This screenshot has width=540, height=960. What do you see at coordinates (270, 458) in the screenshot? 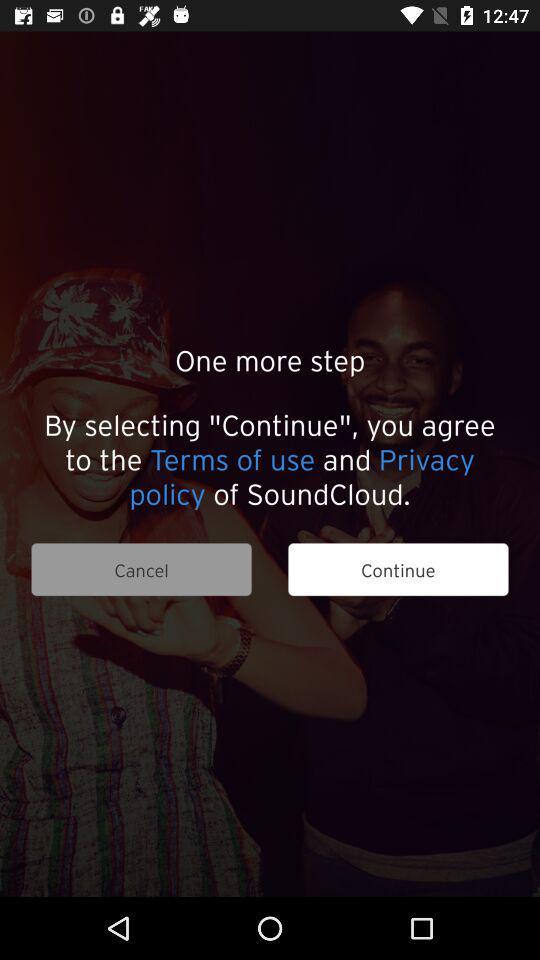
I see `the by selecting continue icon` at bounding box center [270, 458].